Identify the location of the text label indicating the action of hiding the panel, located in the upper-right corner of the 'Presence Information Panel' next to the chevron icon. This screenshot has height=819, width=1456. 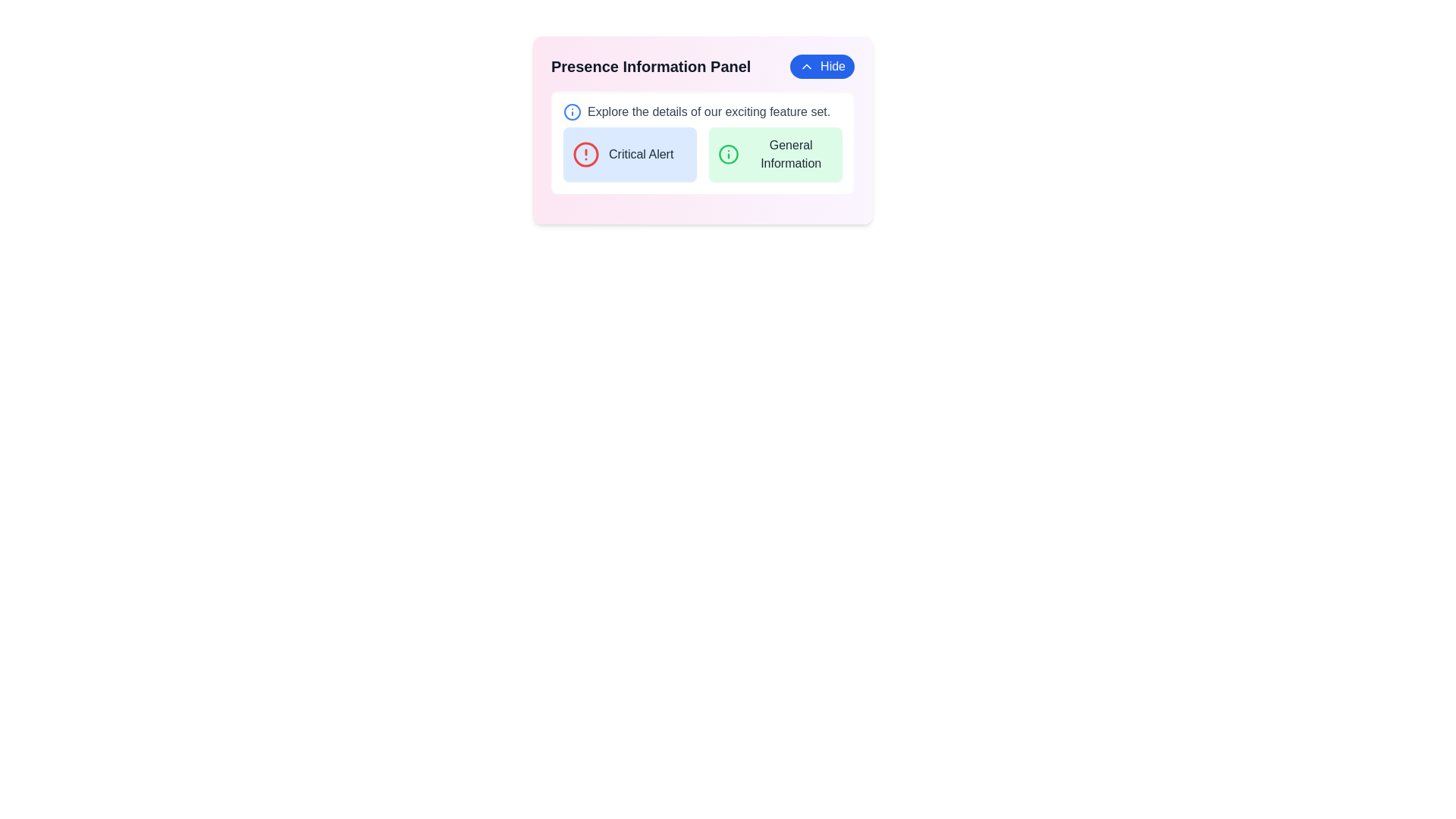
(832, 66).